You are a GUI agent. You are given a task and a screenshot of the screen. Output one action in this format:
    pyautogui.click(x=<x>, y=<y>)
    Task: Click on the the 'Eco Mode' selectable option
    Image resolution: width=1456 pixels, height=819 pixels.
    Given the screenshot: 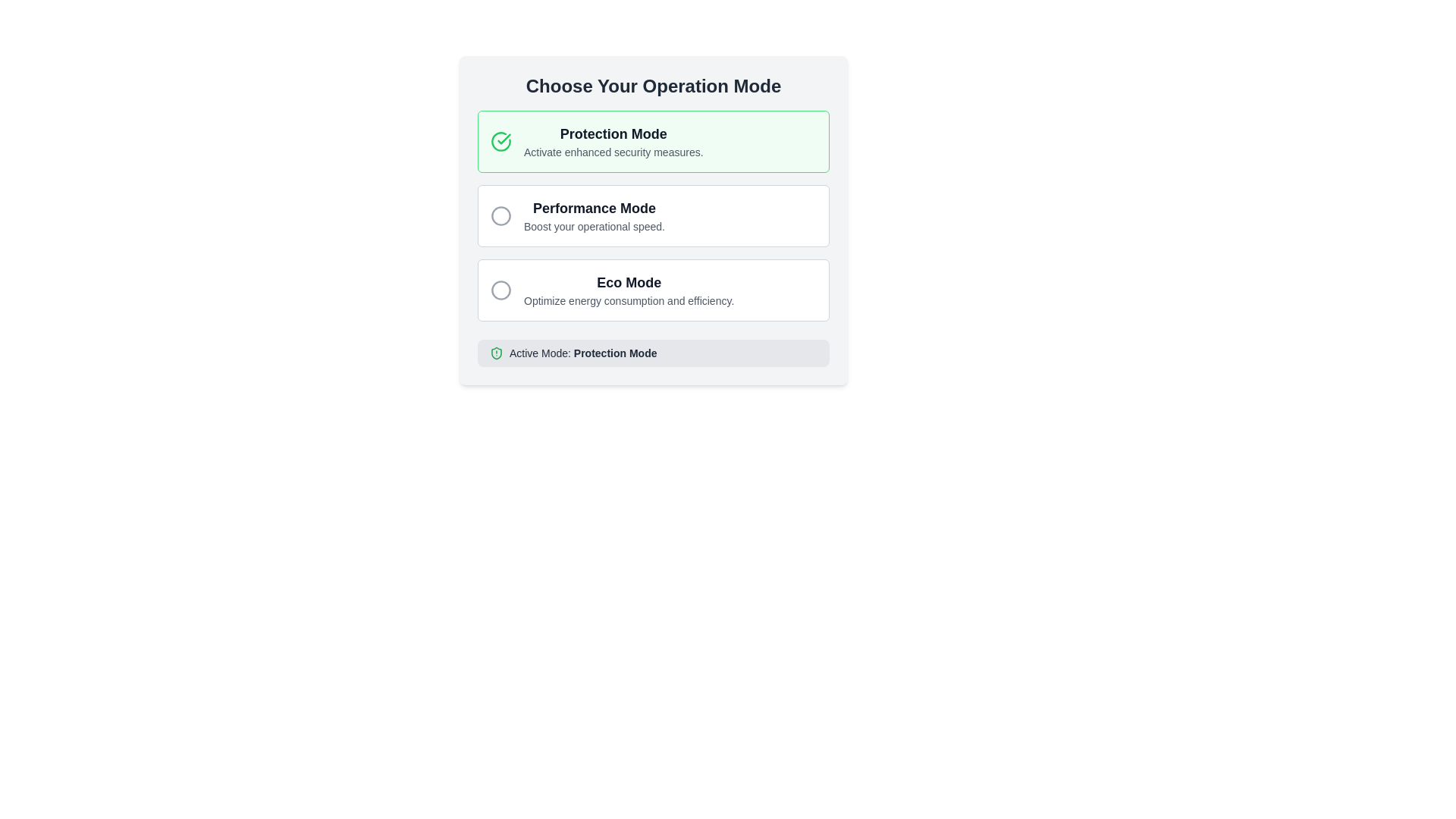 What is the action you would take?
    pyautogui.click(x=629, y=290)
    